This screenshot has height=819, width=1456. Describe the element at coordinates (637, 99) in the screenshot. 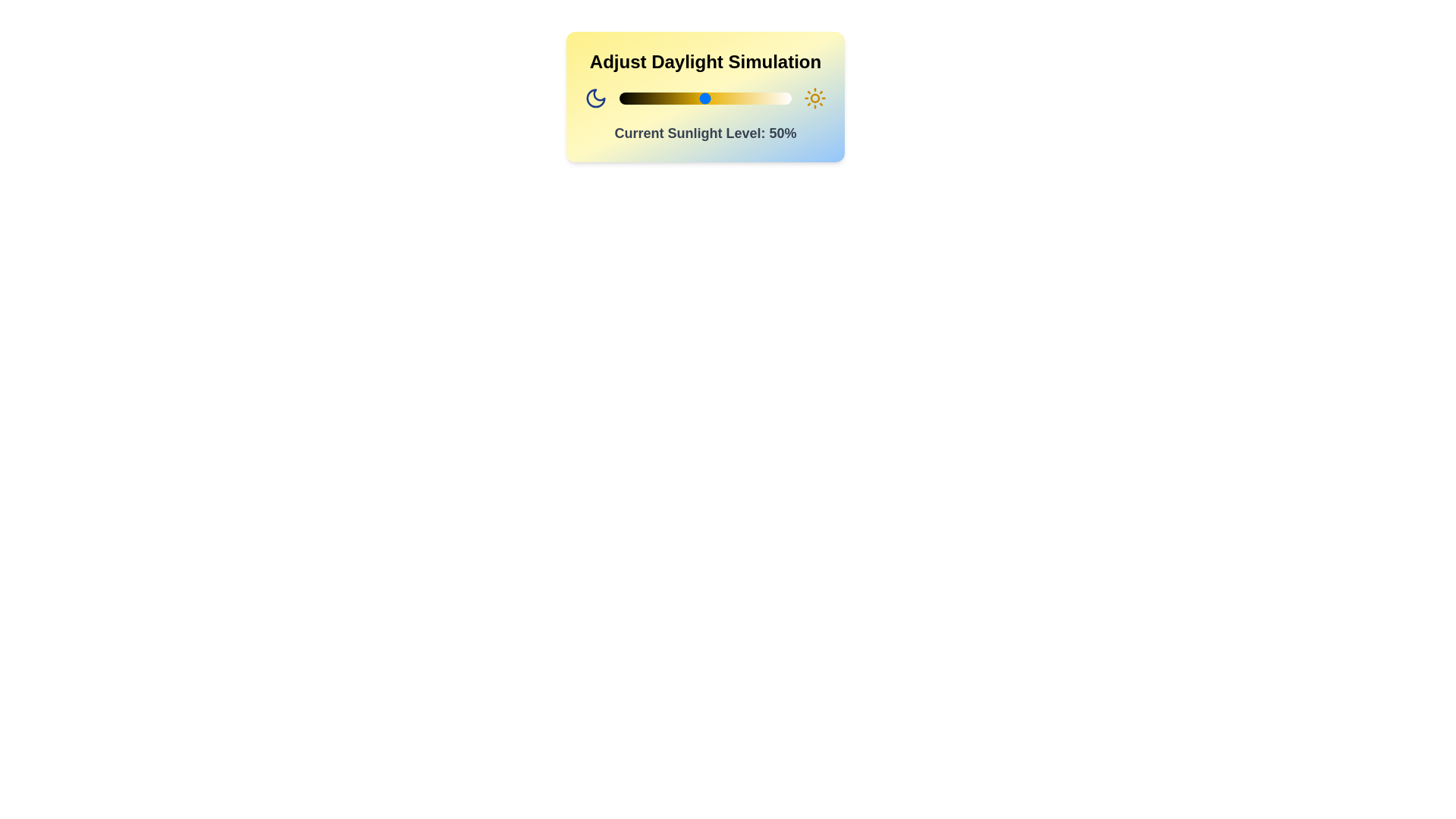

I see `the sunlight level to 10% by interacting with the slider` at that location.